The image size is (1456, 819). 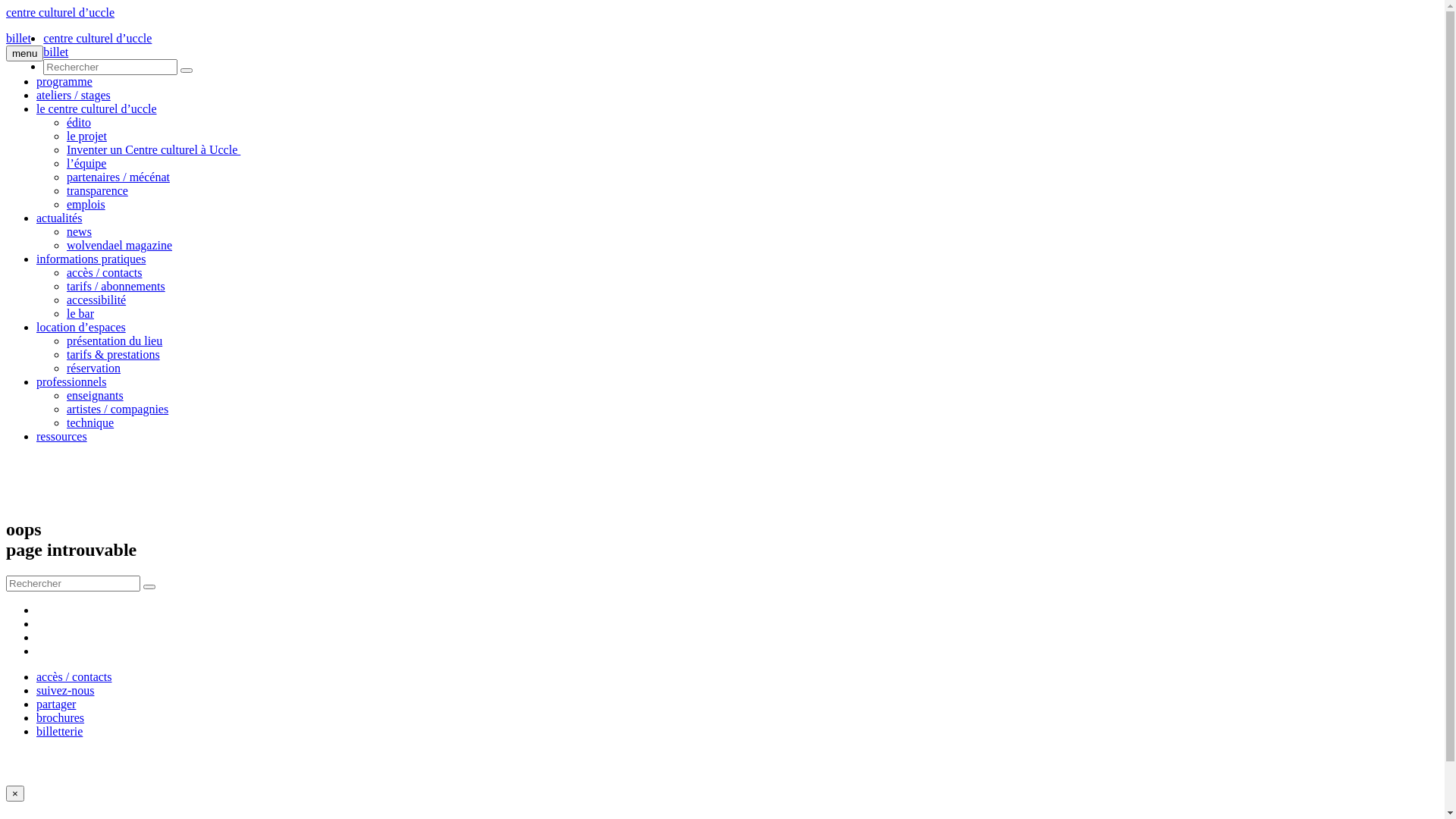 What do you see at coordinates (43, 51) in the screenshot?
I see `'billet'` at bounding box center [43, 51].